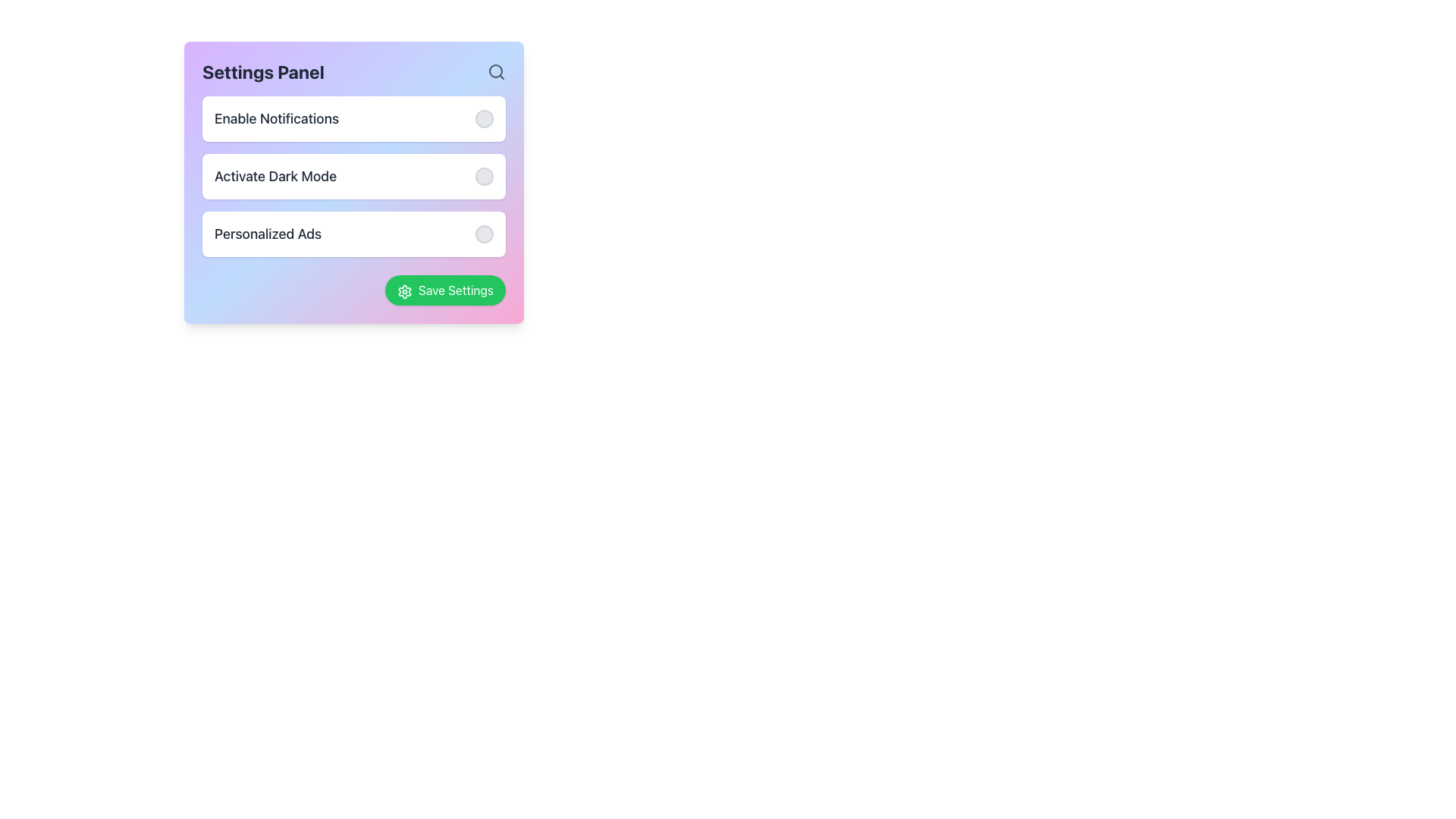 This screenshot has width=1456, height=819. What do you see at coordinates (268, 234) in the screenshot?
I see `text label 'Personalized Ads' which is the third item in the Settings Panel to obtain information about the associated toggle` at bounding box center [268, 234].